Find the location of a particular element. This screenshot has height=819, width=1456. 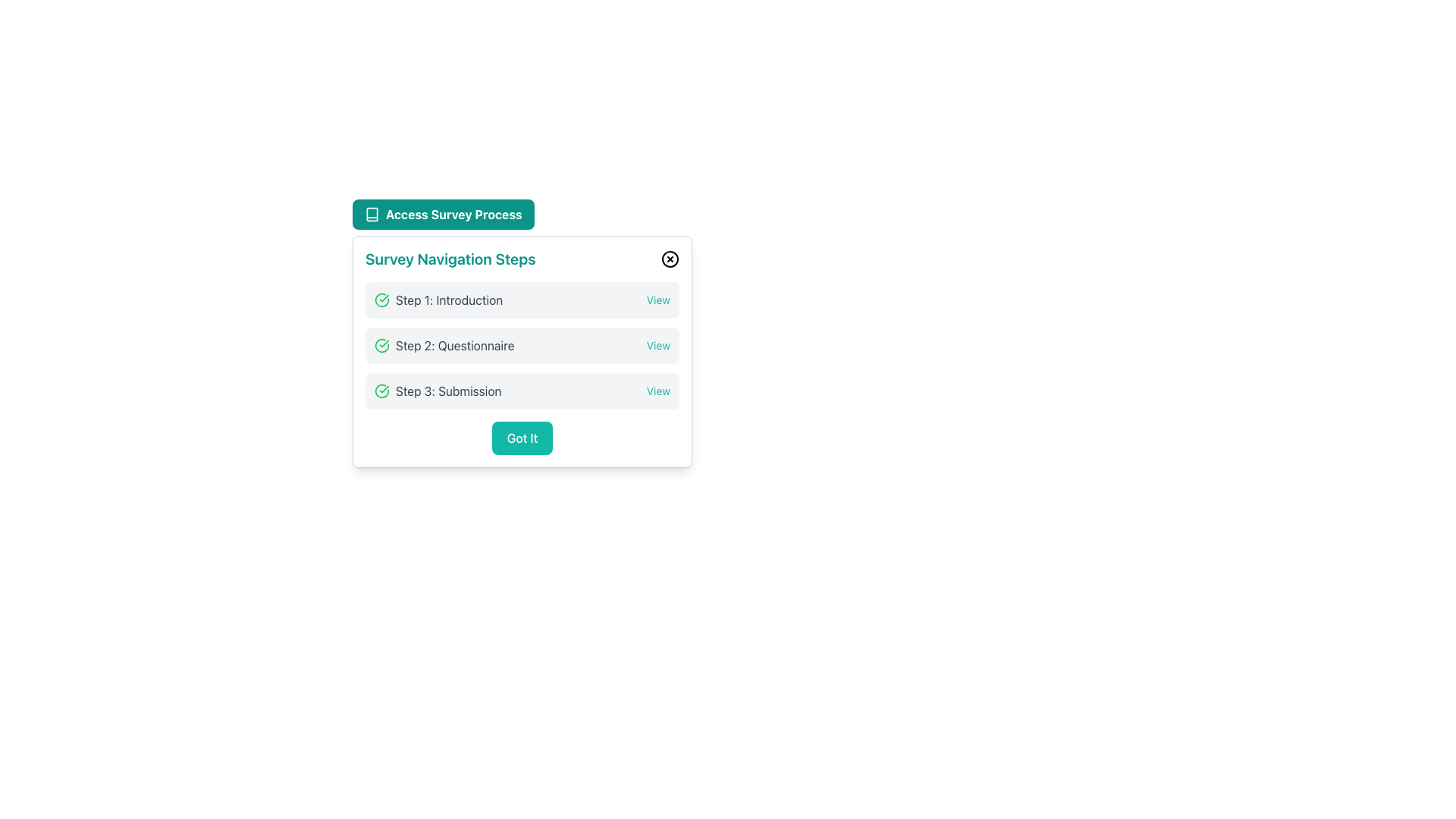

the circular green icon with a checkmark located to the left of the label 'Step 1: Introduction' is located at coordinates (382, 300).